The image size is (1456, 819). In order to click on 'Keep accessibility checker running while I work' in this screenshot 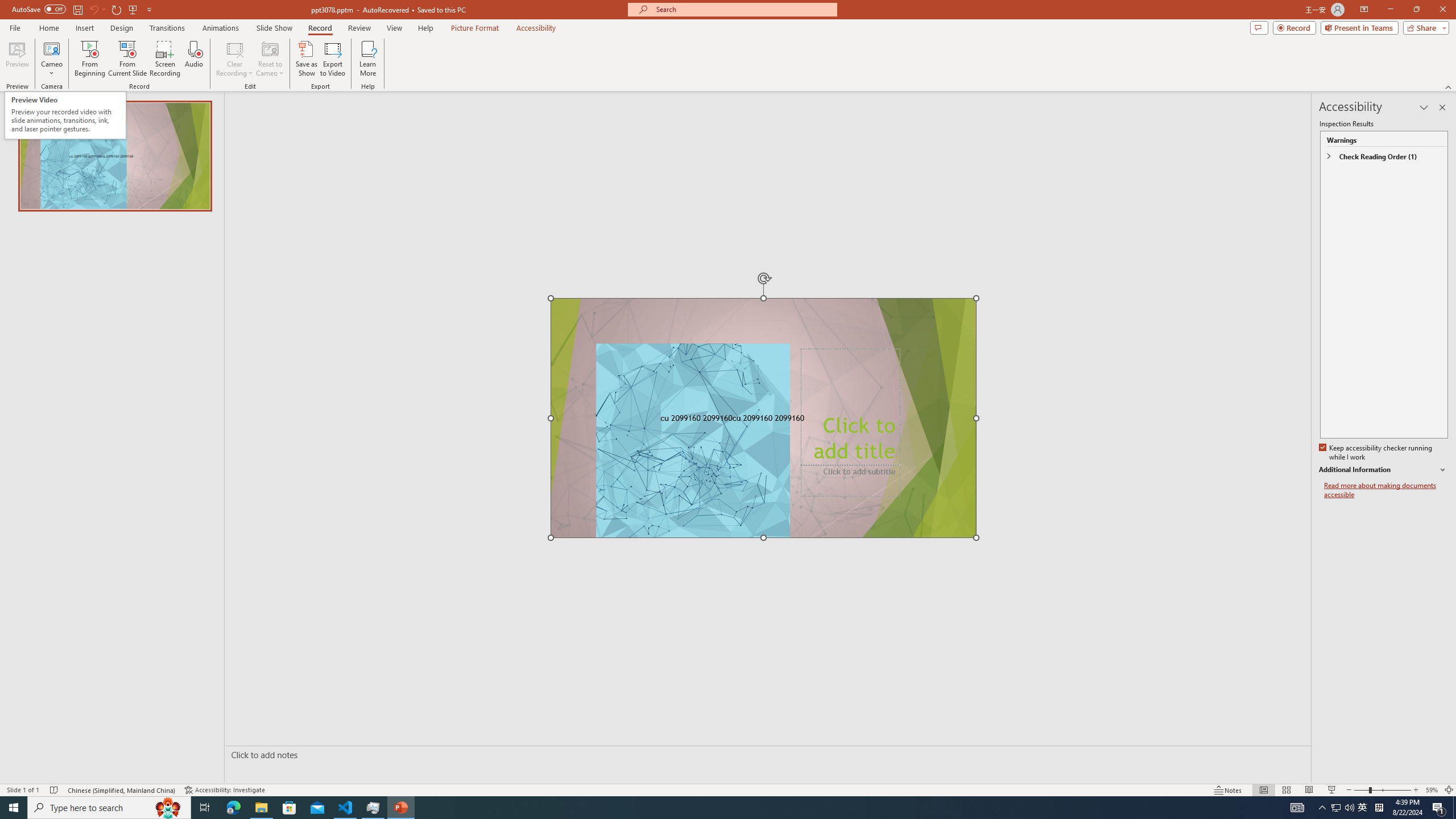, I will do `click(1376, 453)`.